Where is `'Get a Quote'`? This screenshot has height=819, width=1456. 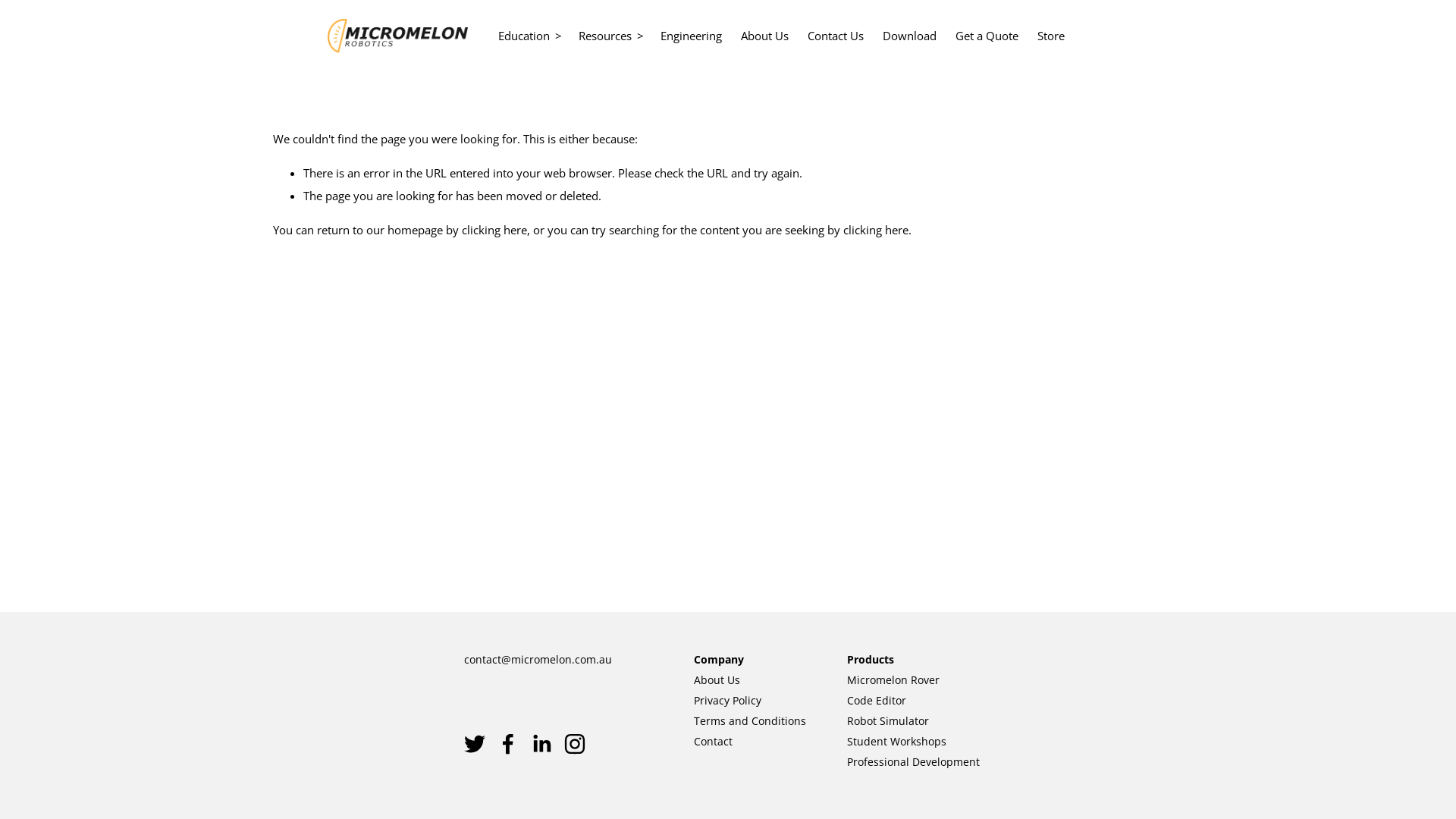 'Get a Quote' is located at coordinates (987, 35).